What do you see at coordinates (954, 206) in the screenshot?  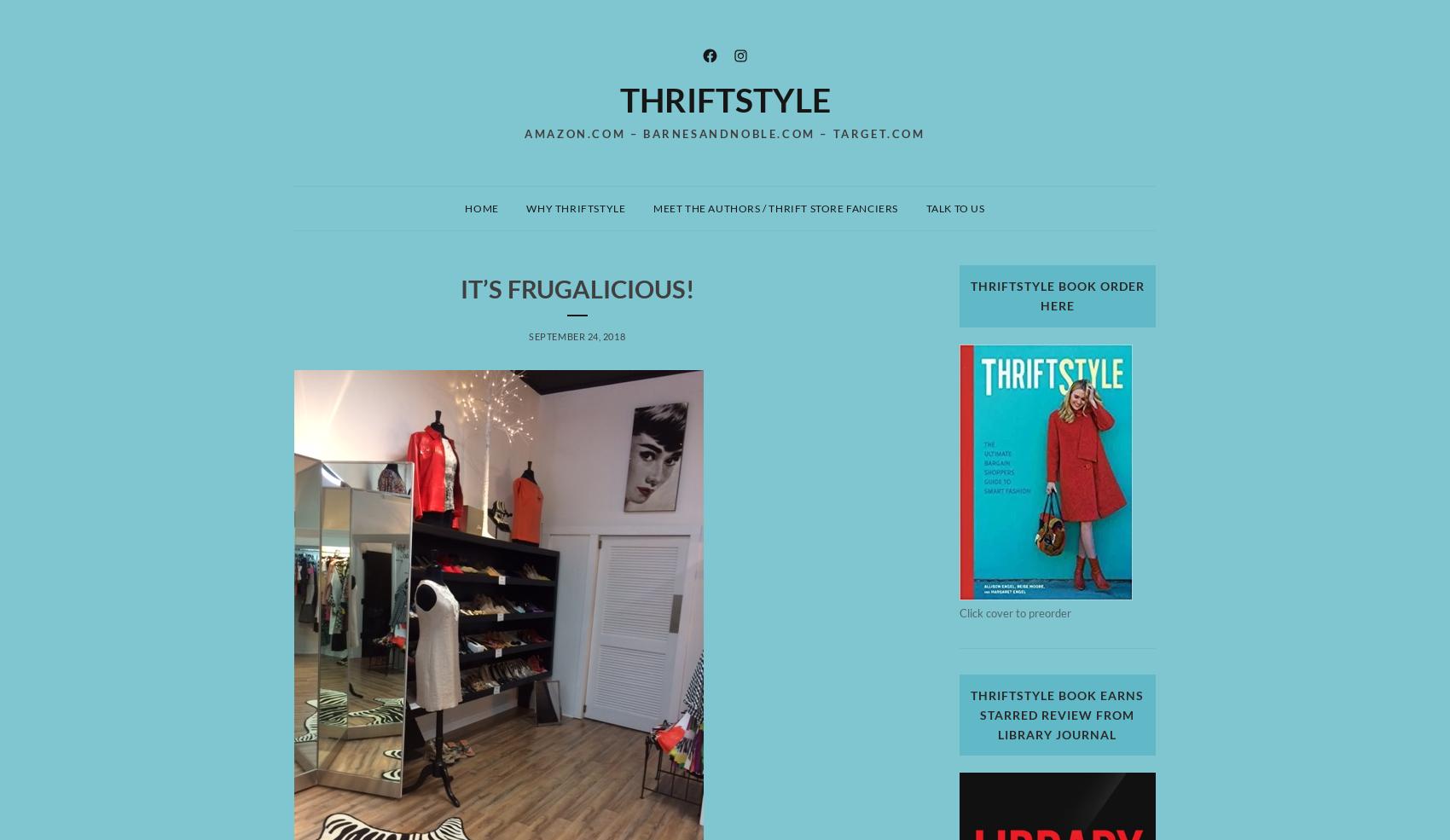 I see `'Talk to us'` at bounding box center [954, 206].